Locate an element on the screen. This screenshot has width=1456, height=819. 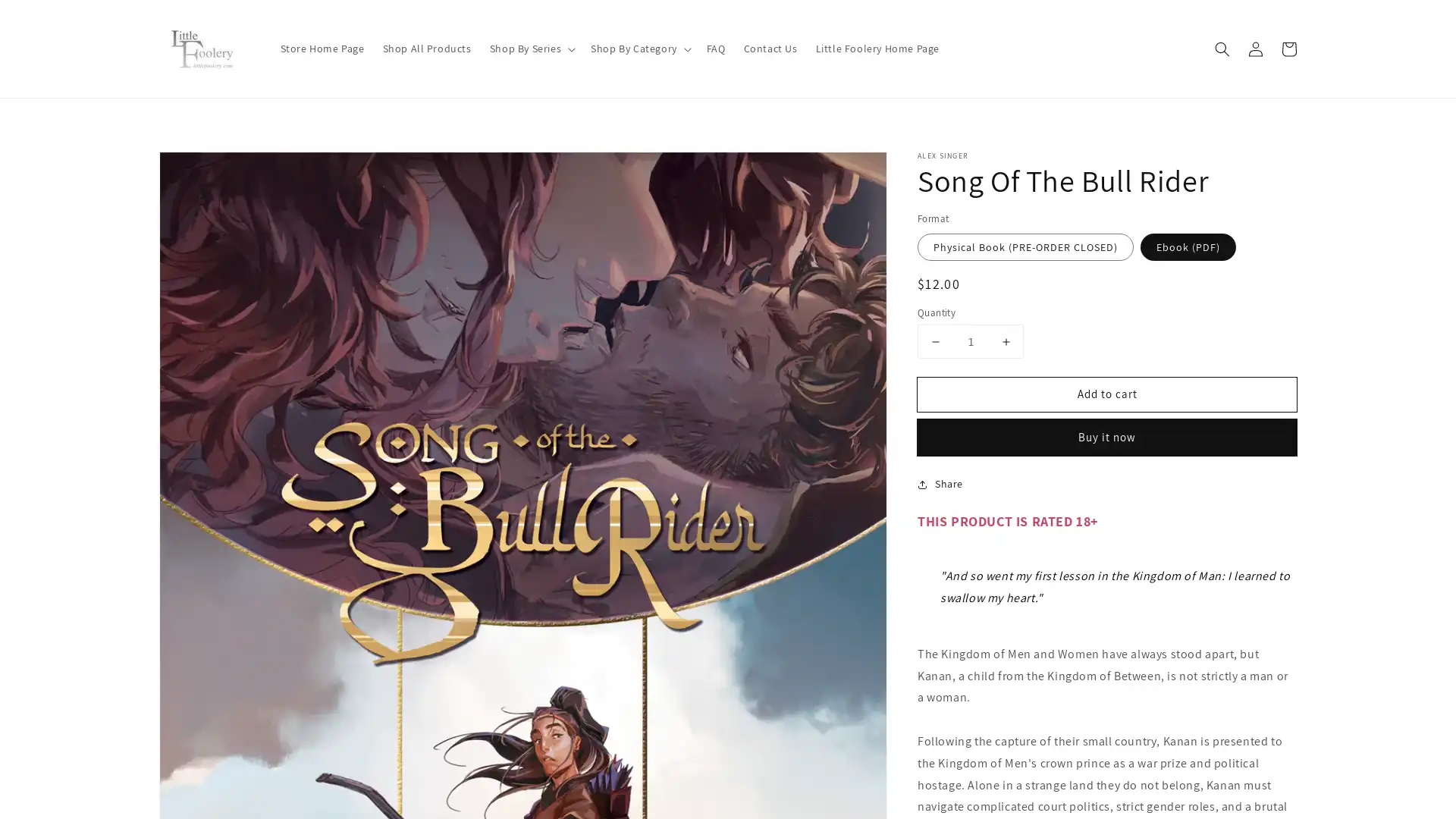
Buy it now is located at coordinates (1106, 438).